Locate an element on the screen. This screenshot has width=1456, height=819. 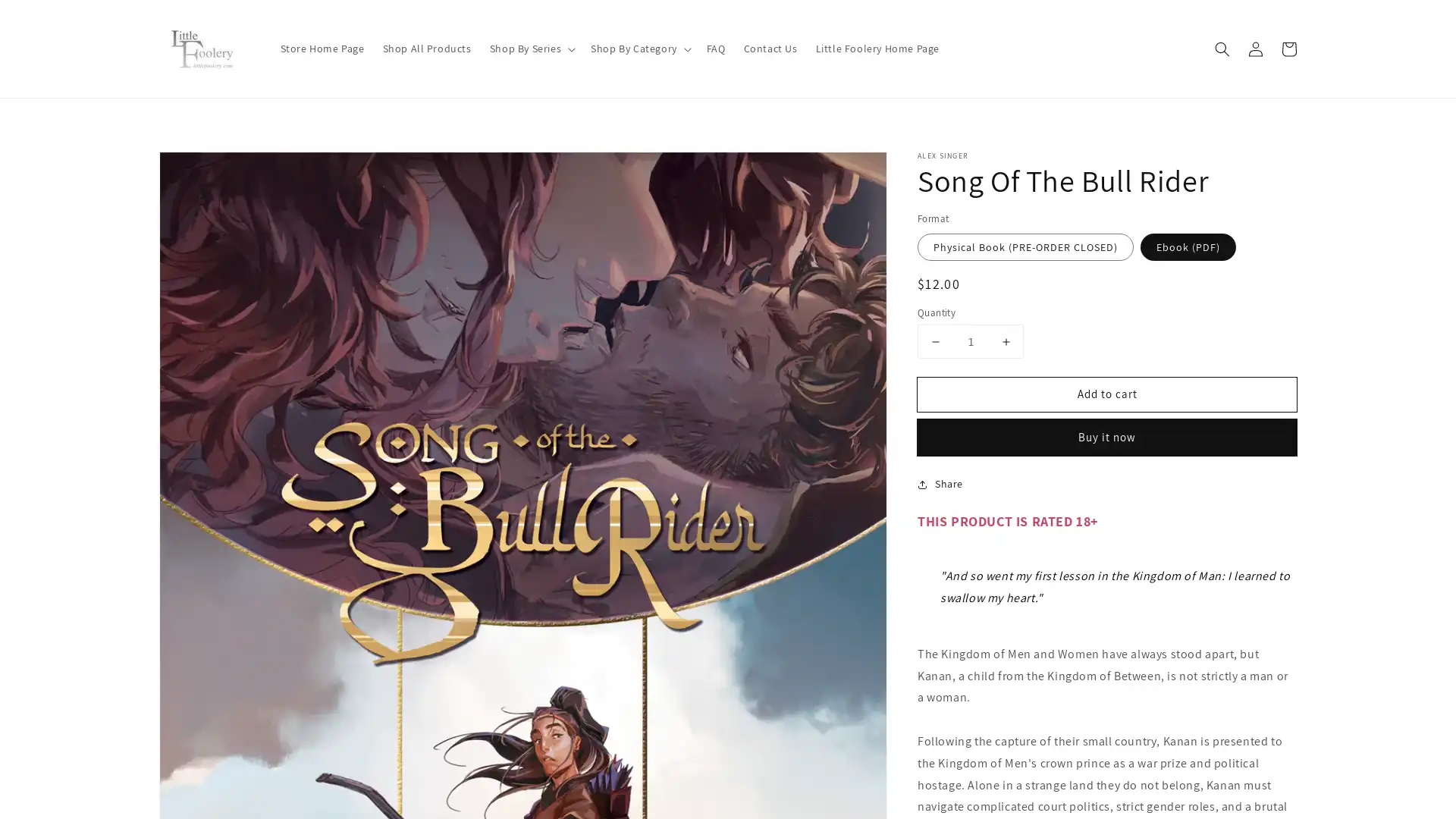
Buy it now is located at coordinates (1106, 438).